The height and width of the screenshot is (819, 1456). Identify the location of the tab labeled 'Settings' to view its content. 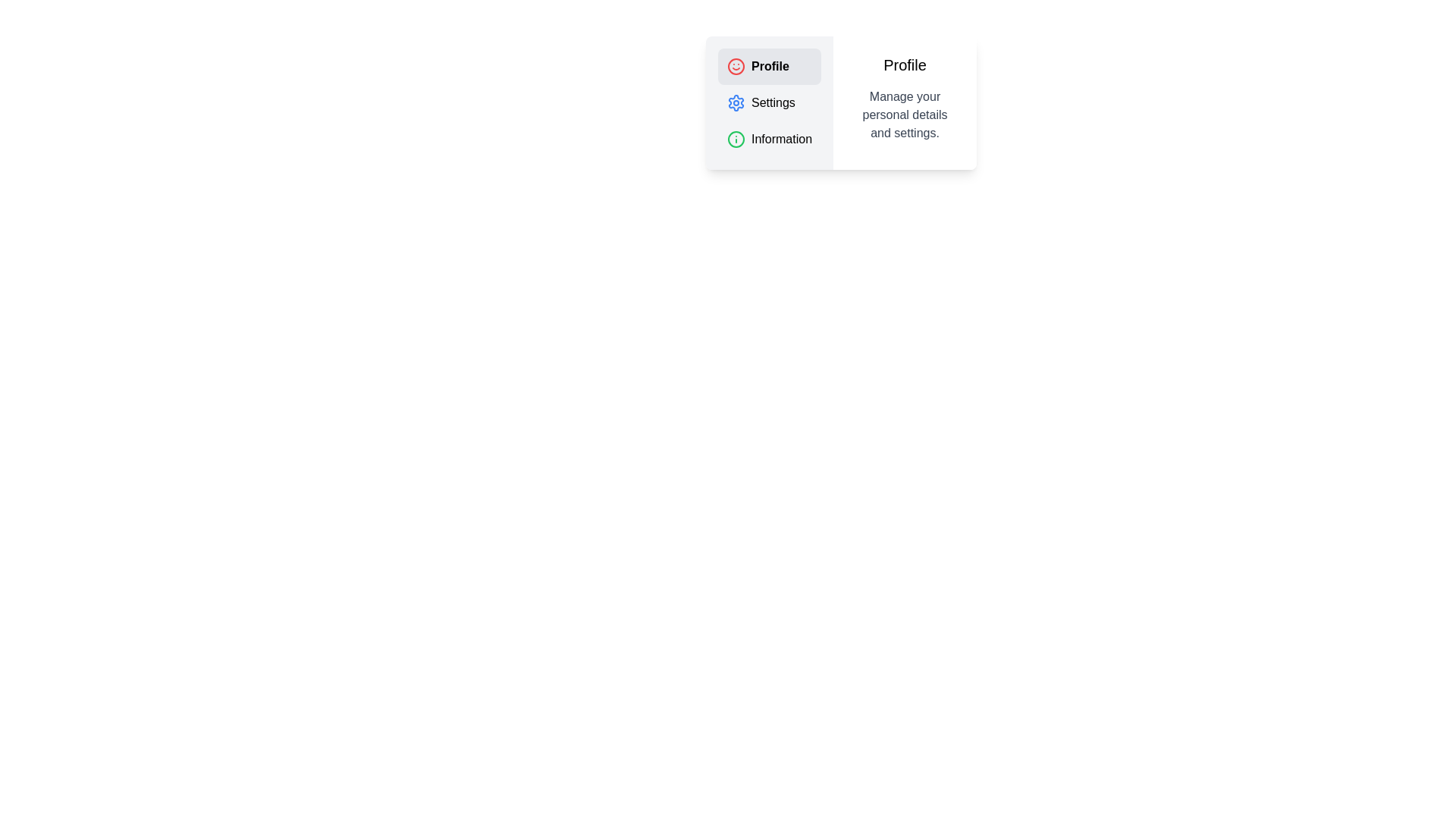
(769, 102).